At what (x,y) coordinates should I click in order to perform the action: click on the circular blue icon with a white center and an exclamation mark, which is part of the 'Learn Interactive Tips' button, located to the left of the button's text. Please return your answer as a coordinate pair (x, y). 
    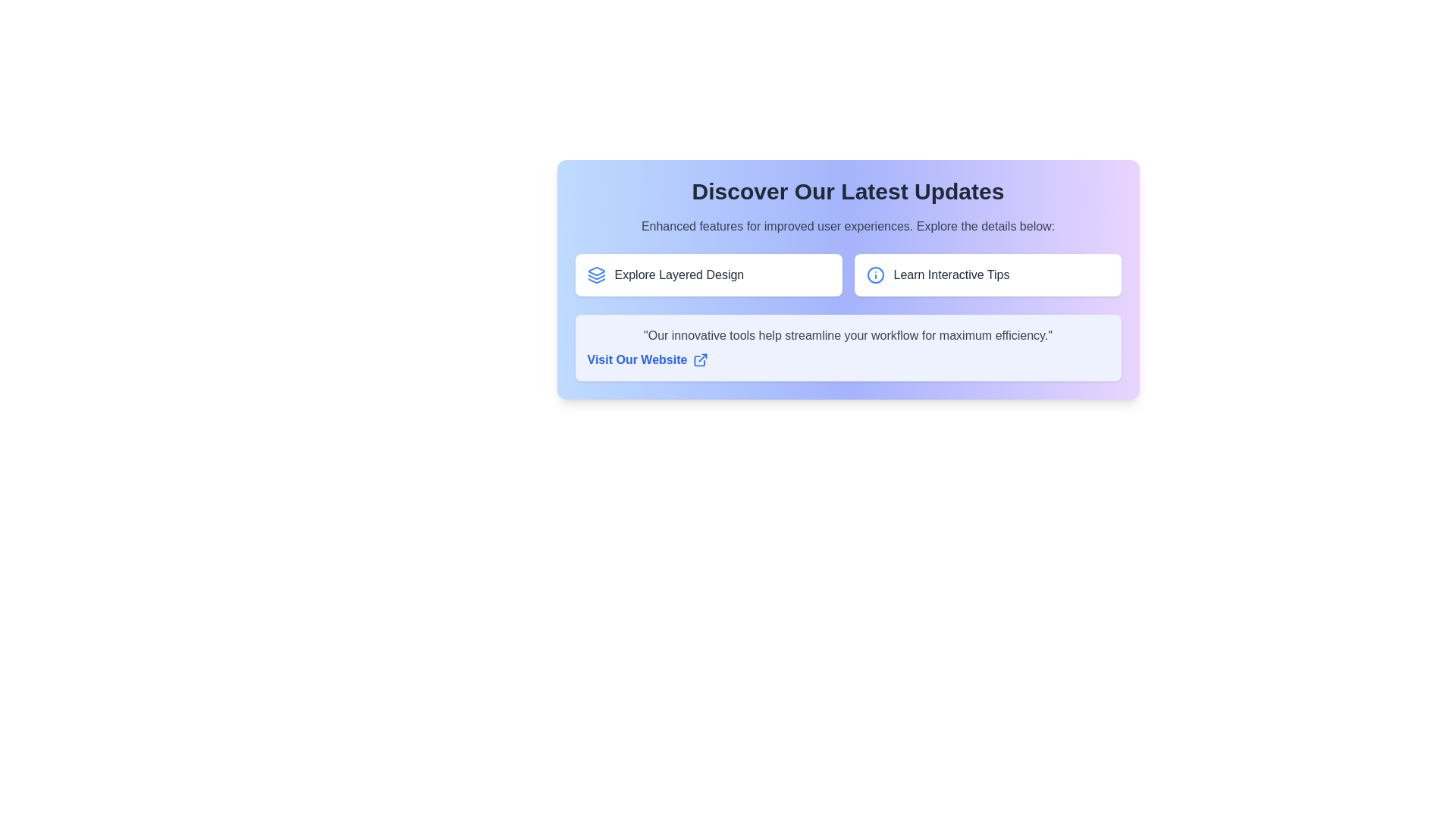
    Looking at the image, I should click on (875, 275).